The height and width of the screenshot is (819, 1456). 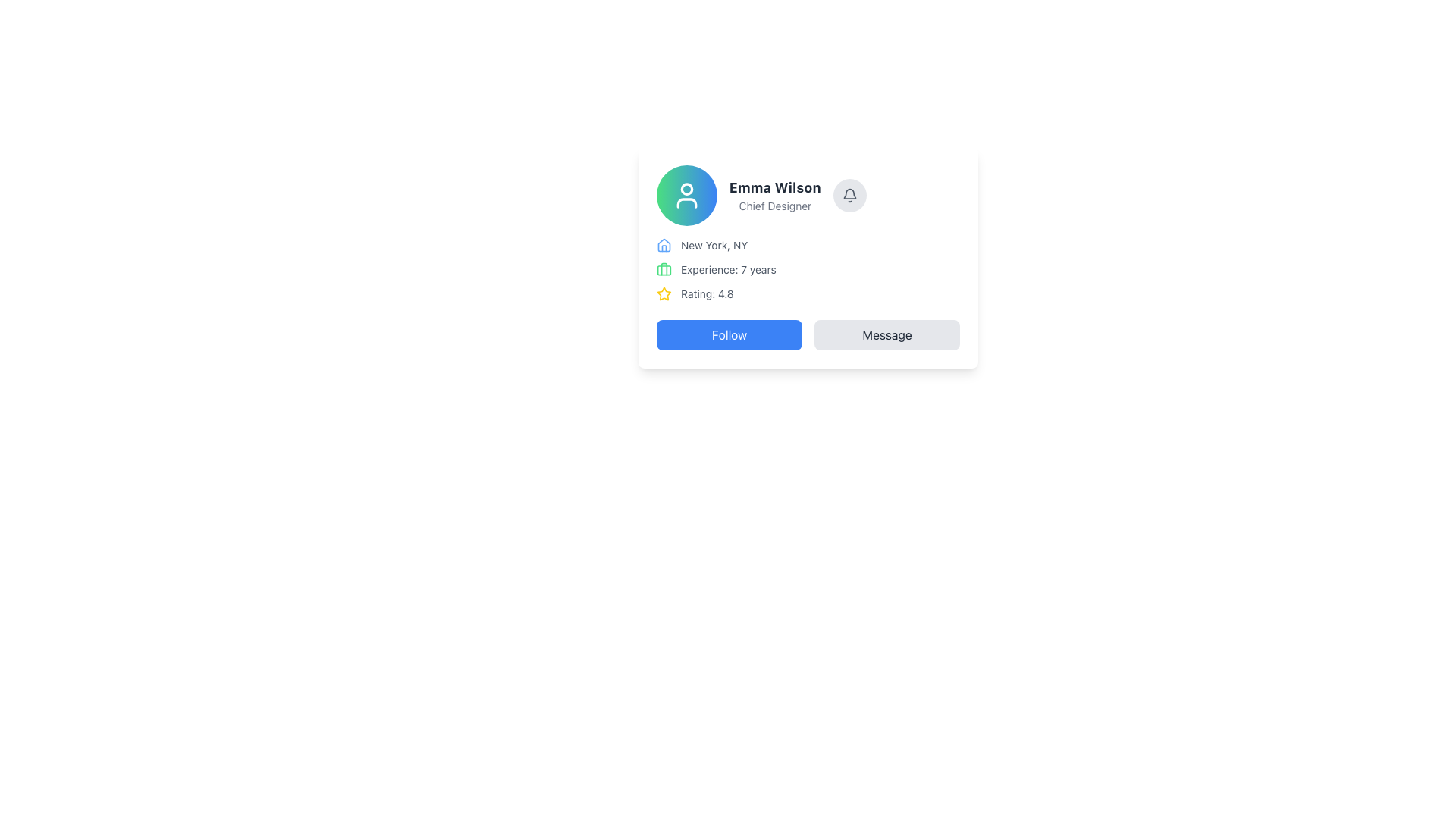 I want to click on text displayed in the Text Display element that shows the user's name and designation, which is centrally positioned in a card-like layout, to the right of the circular profile icon, so click(x=775, y=195).